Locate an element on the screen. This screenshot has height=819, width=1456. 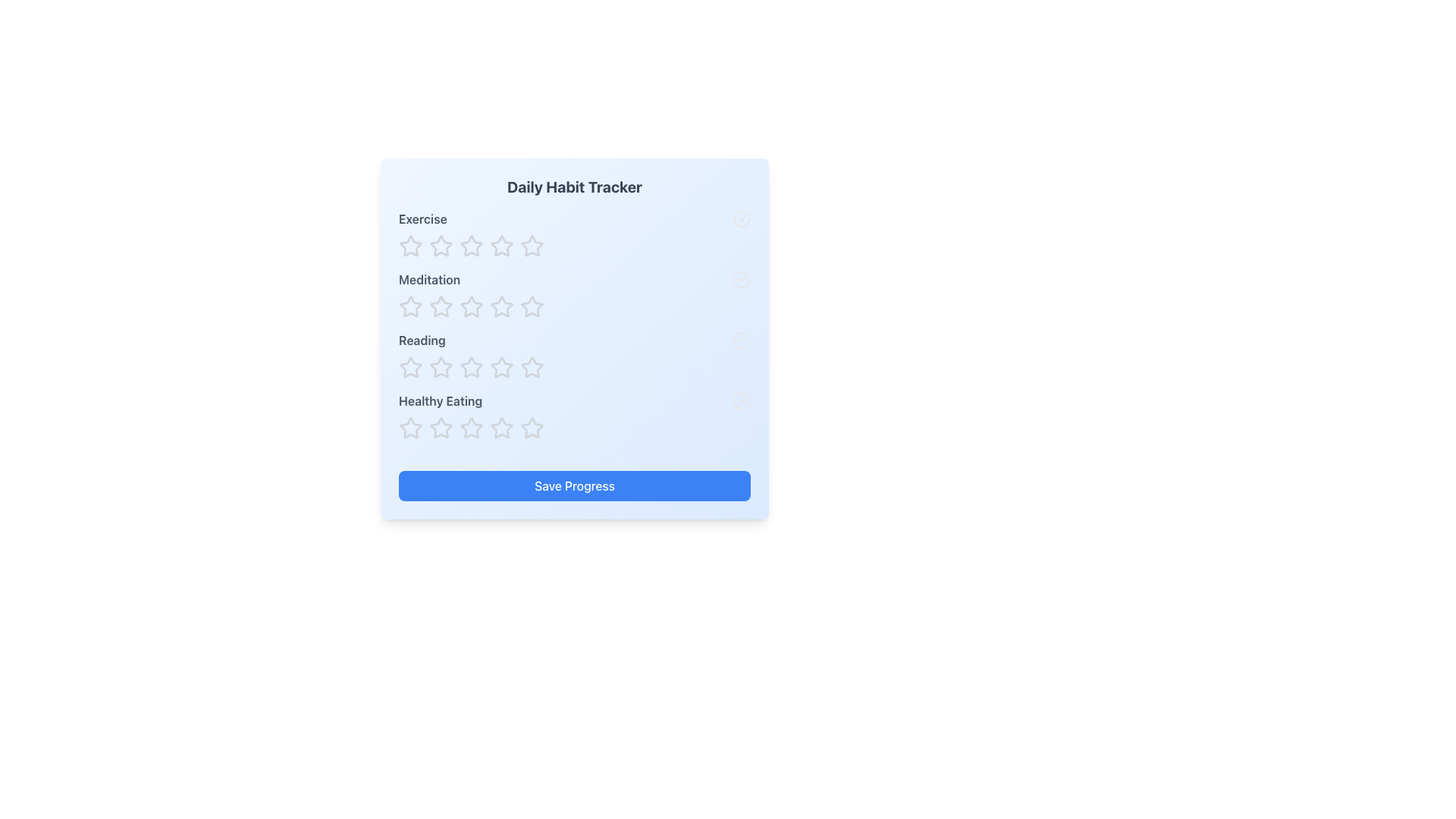
the sixth star rating icon for 'Reading' in the Daily Habit Tracker interface to rate it is located at coordinates (502, 368).